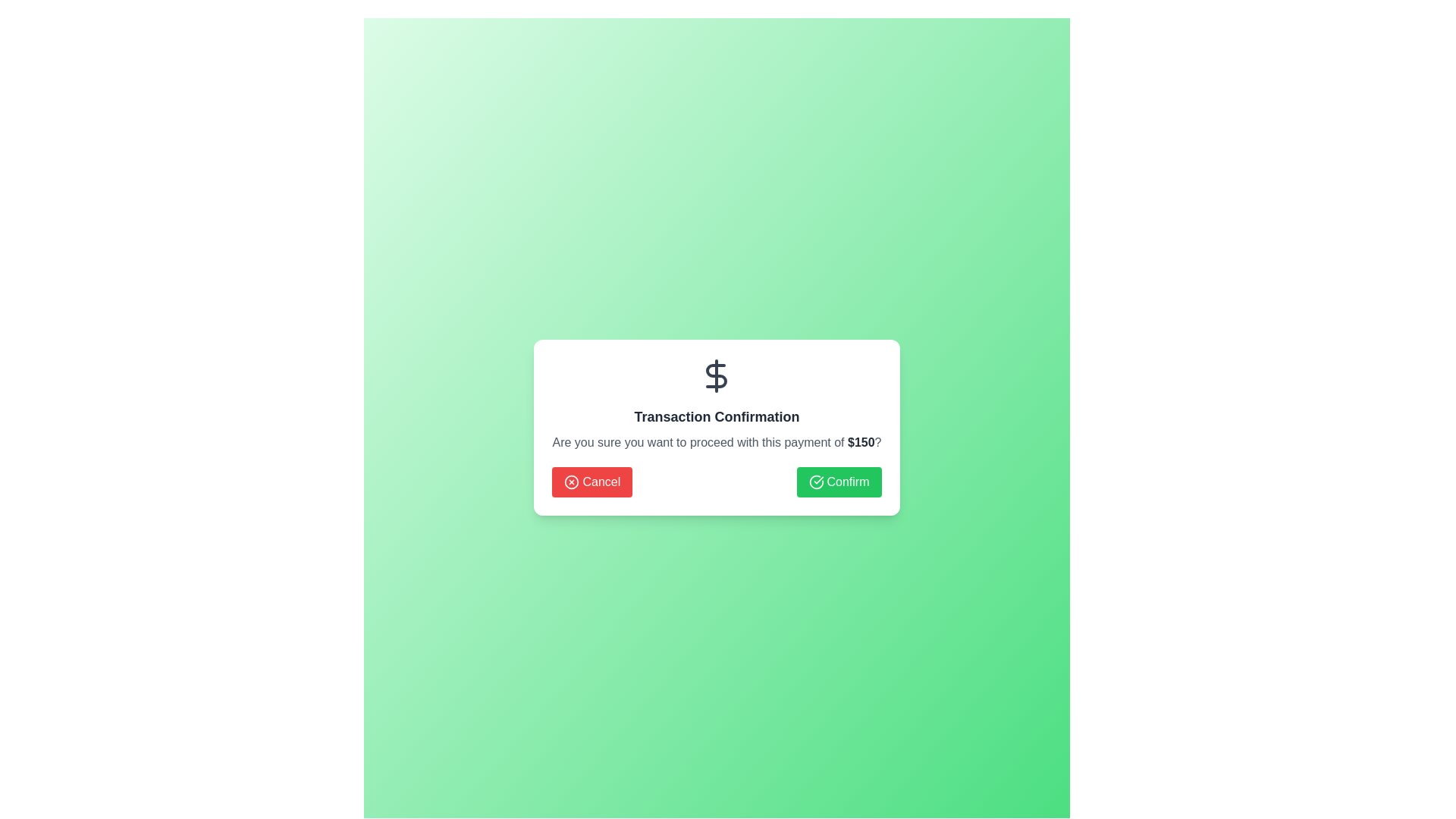 The image size is (1456, 819). What do you see at coordinates (716, 417) in the screenshot?
I see `the 'Transaction Confirmation' label, which is displayed in bold and larger font, colored dark gray (#4A4A4A), and located in the center of the modal dialog box` at bounding box center [716, 417].